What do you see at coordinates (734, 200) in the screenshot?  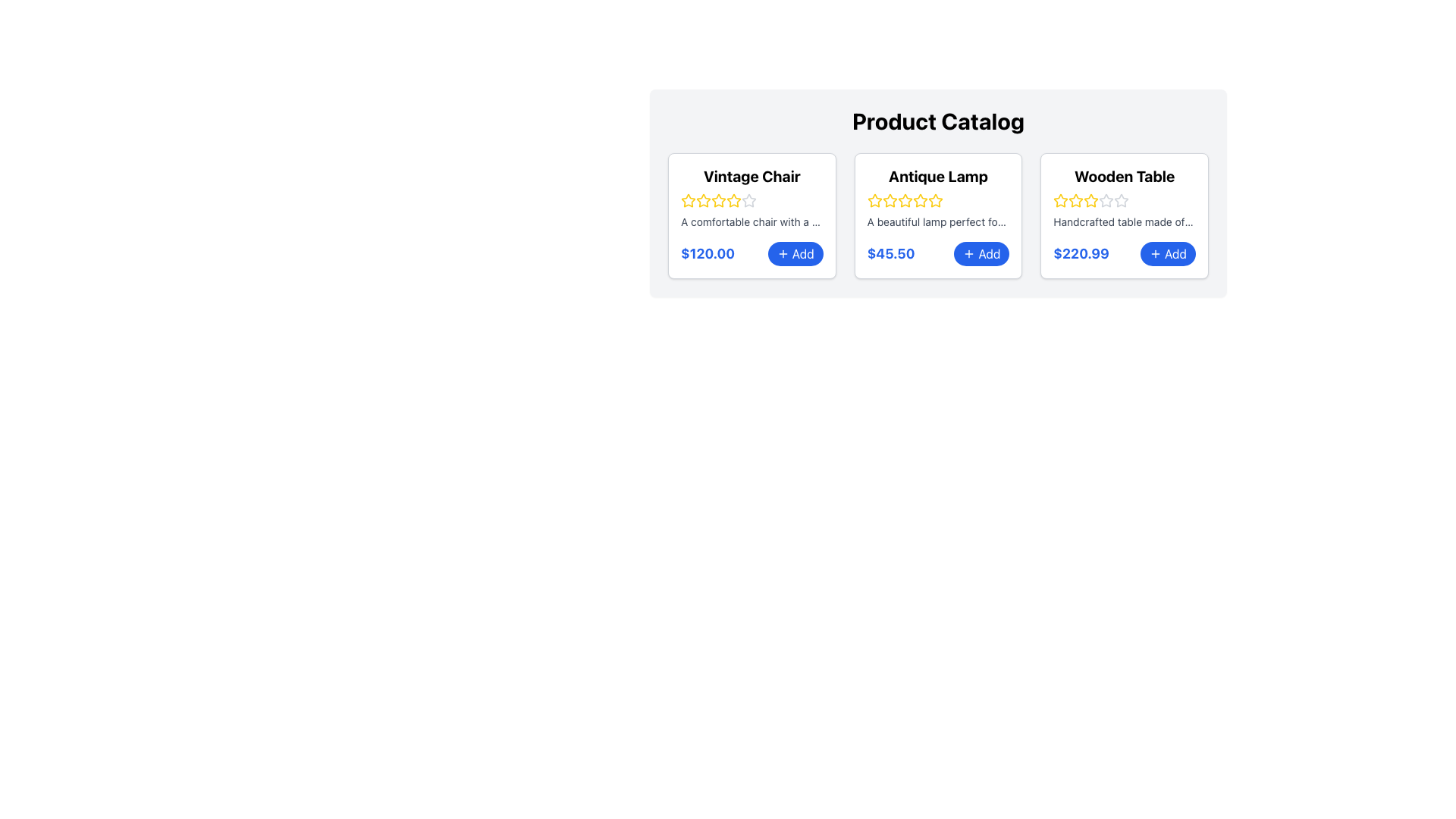 I see `the fourth yellow star icon in the five-star rating row above the 'Vintage Chair' card` at bounding box center [734, 200].